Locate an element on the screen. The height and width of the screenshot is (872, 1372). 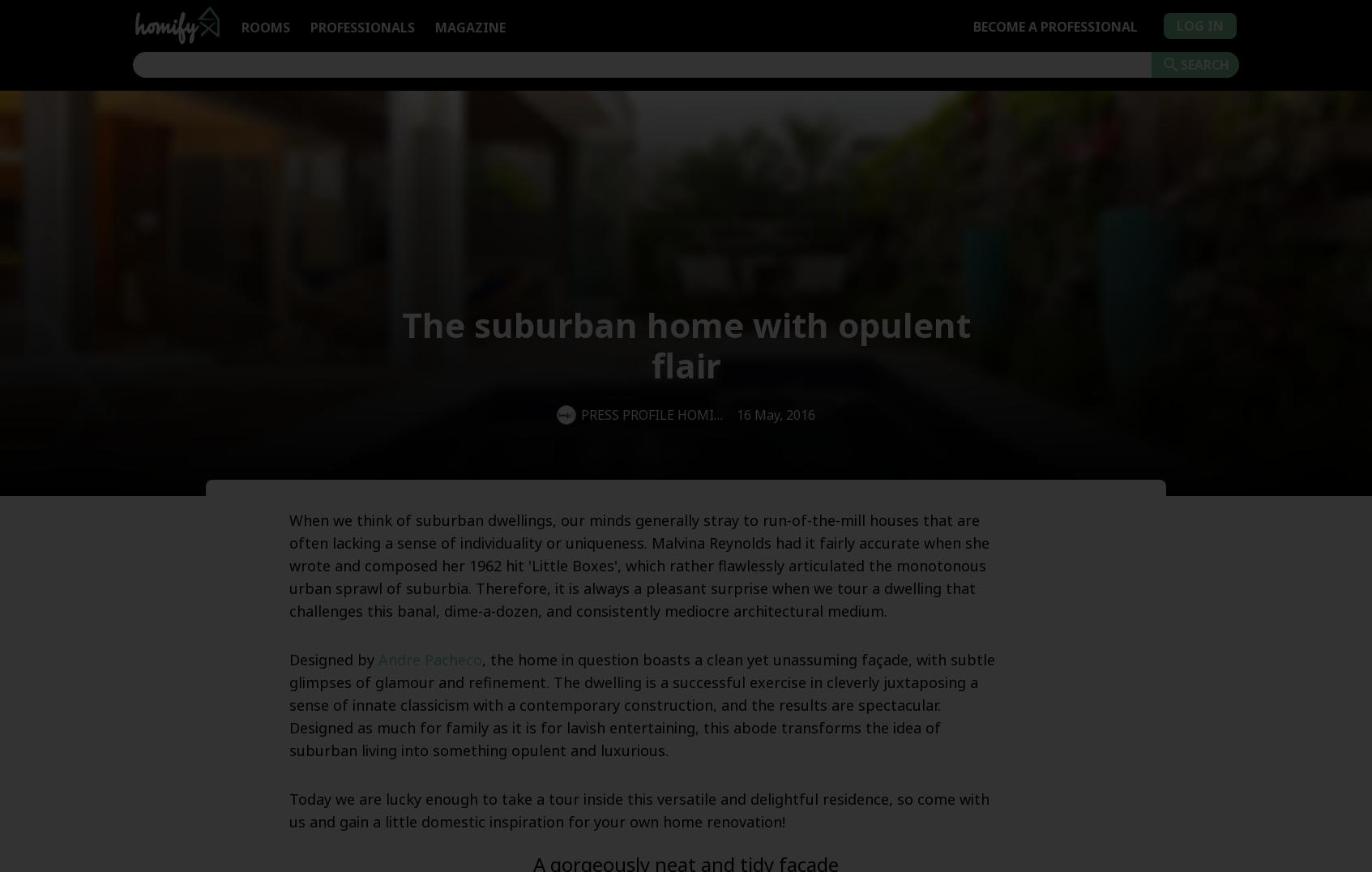
'Search' is located at coordinates (1179, 64).